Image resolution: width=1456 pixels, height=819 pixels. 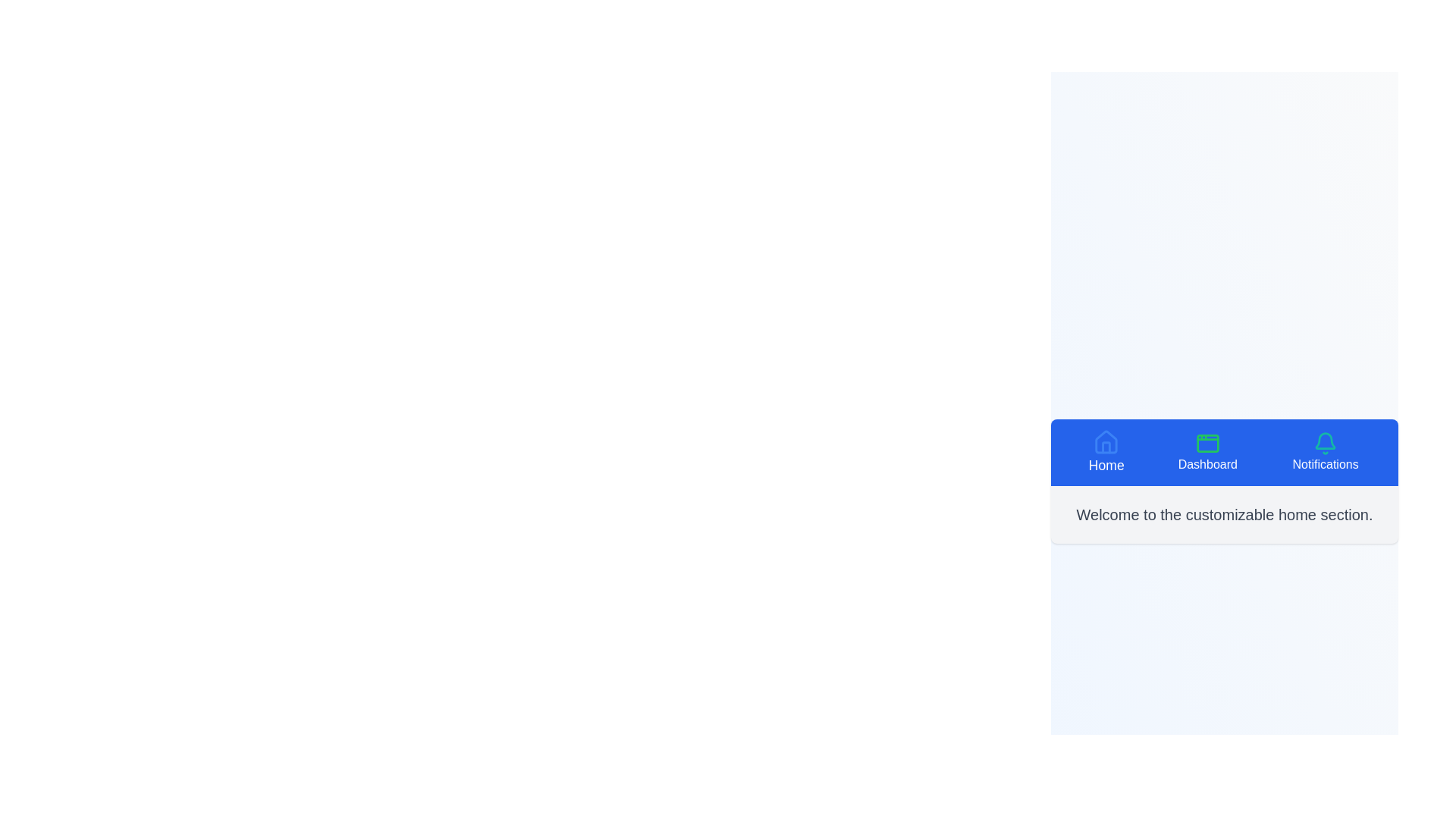 I want to click on the Dashboard tab in the IconicTabs component, so click(x=1207, y=452).